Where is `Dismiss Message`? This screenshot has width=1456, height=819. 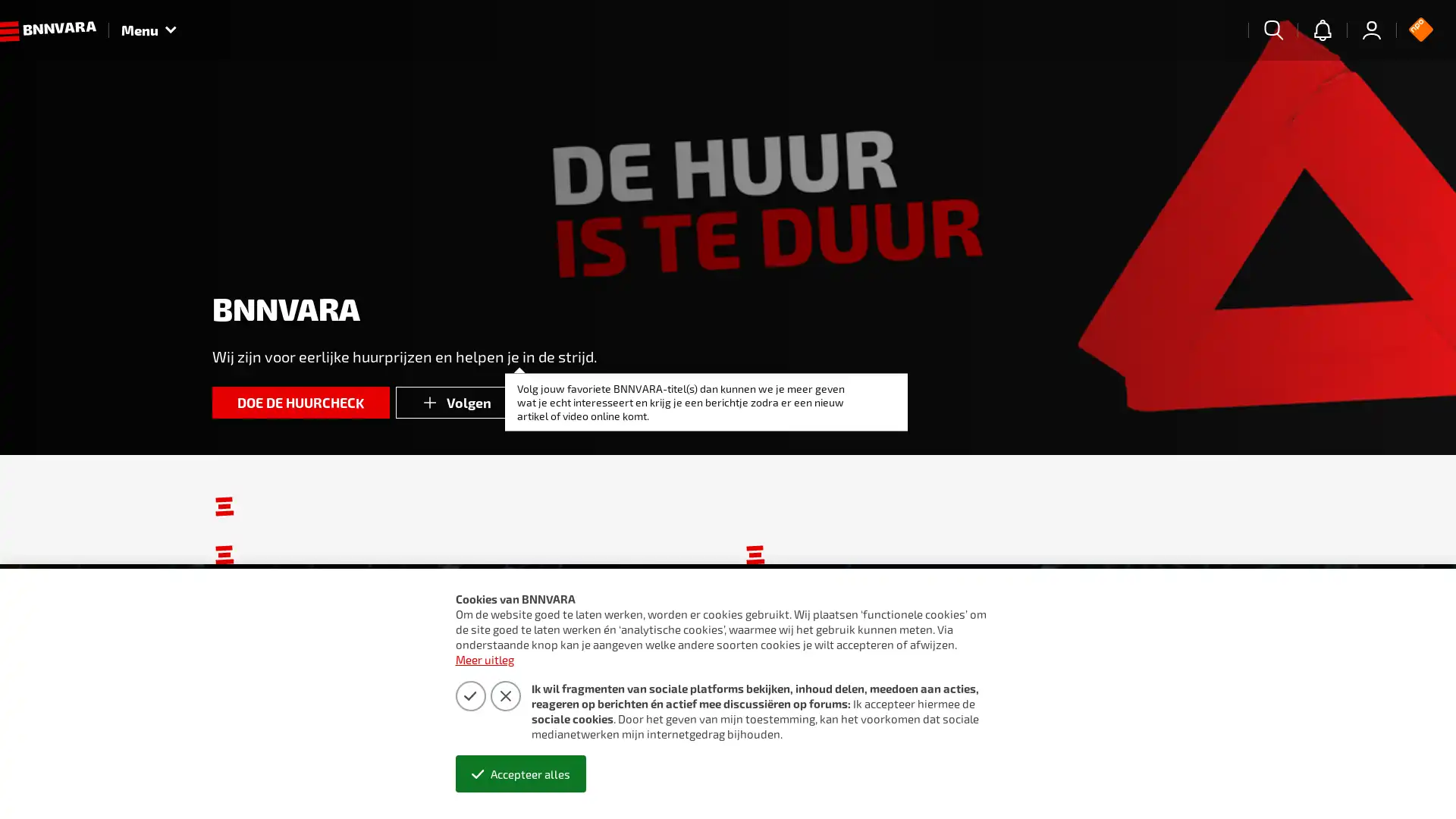 Dismiss Message is located at coordinates (1376, 761).